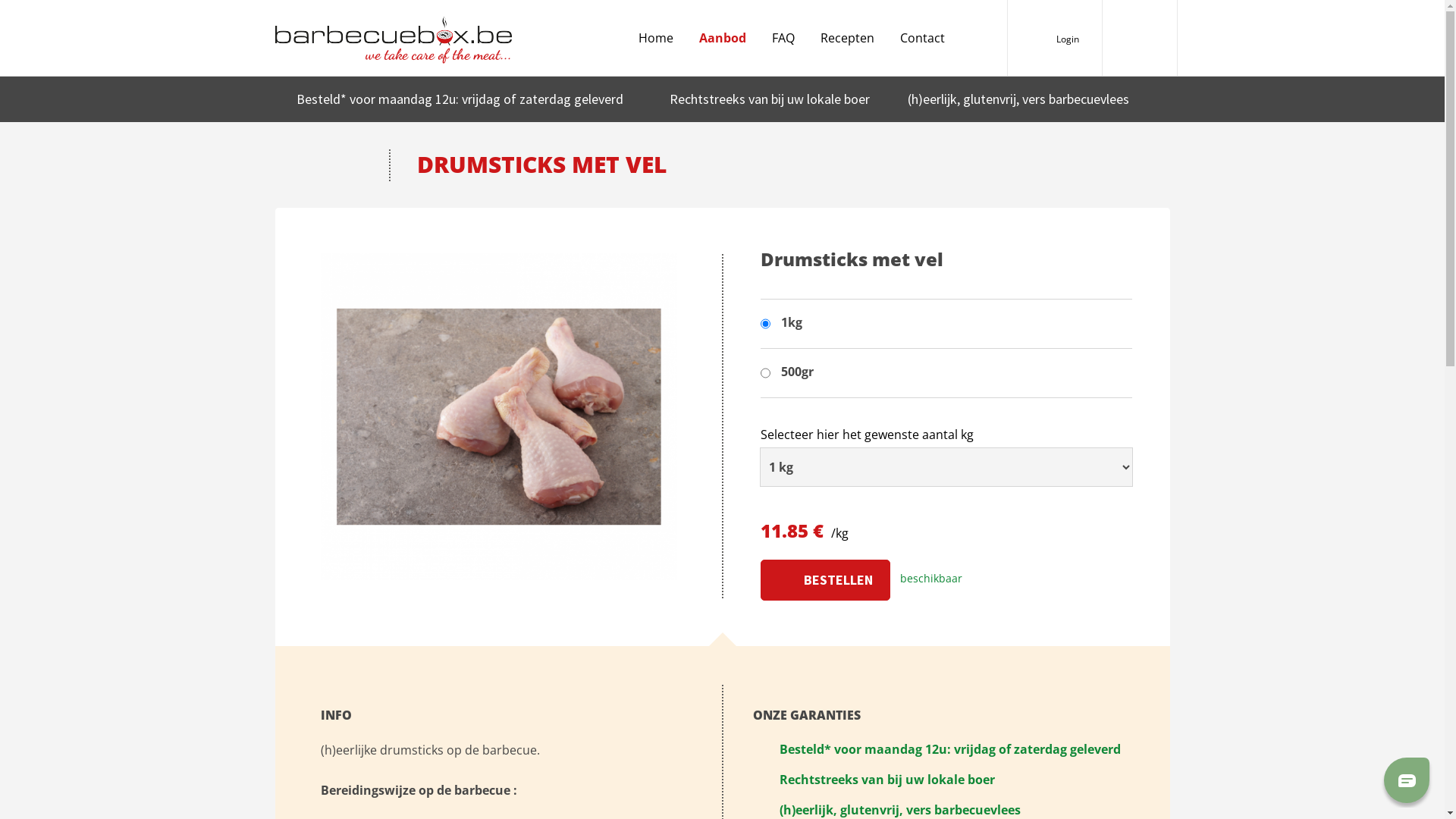  Describe the element at coordinates (763, 37) in the screenshot. I see `'FAQ'` at that location.